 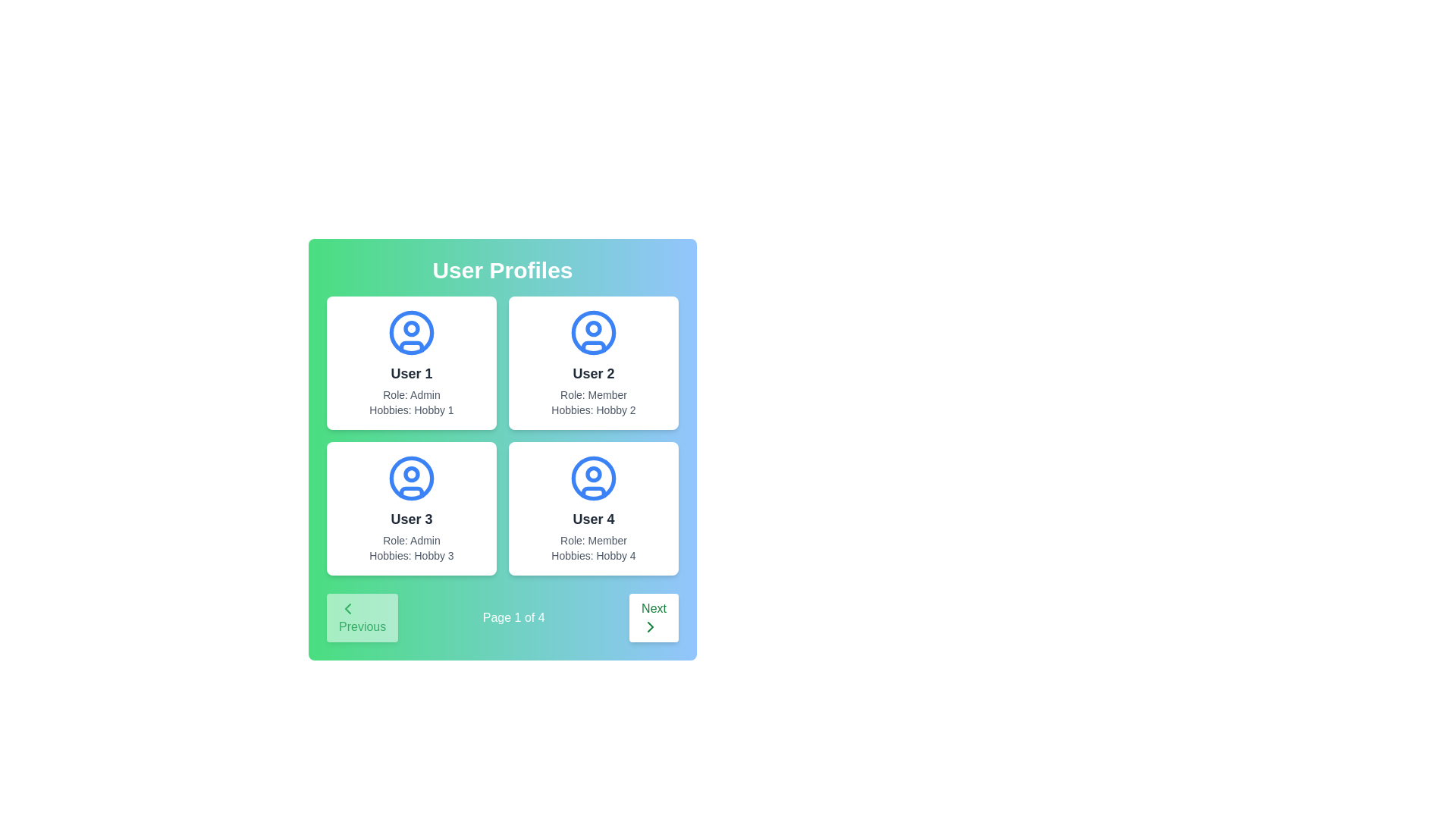 What do you see at coordinates (592, 509) in the screenshot?
I see `the user profile card located in the bottom-right corner of the 2x2 grid, which displays user details such as name, role, and hobbies` at bounding box center [592, 509].